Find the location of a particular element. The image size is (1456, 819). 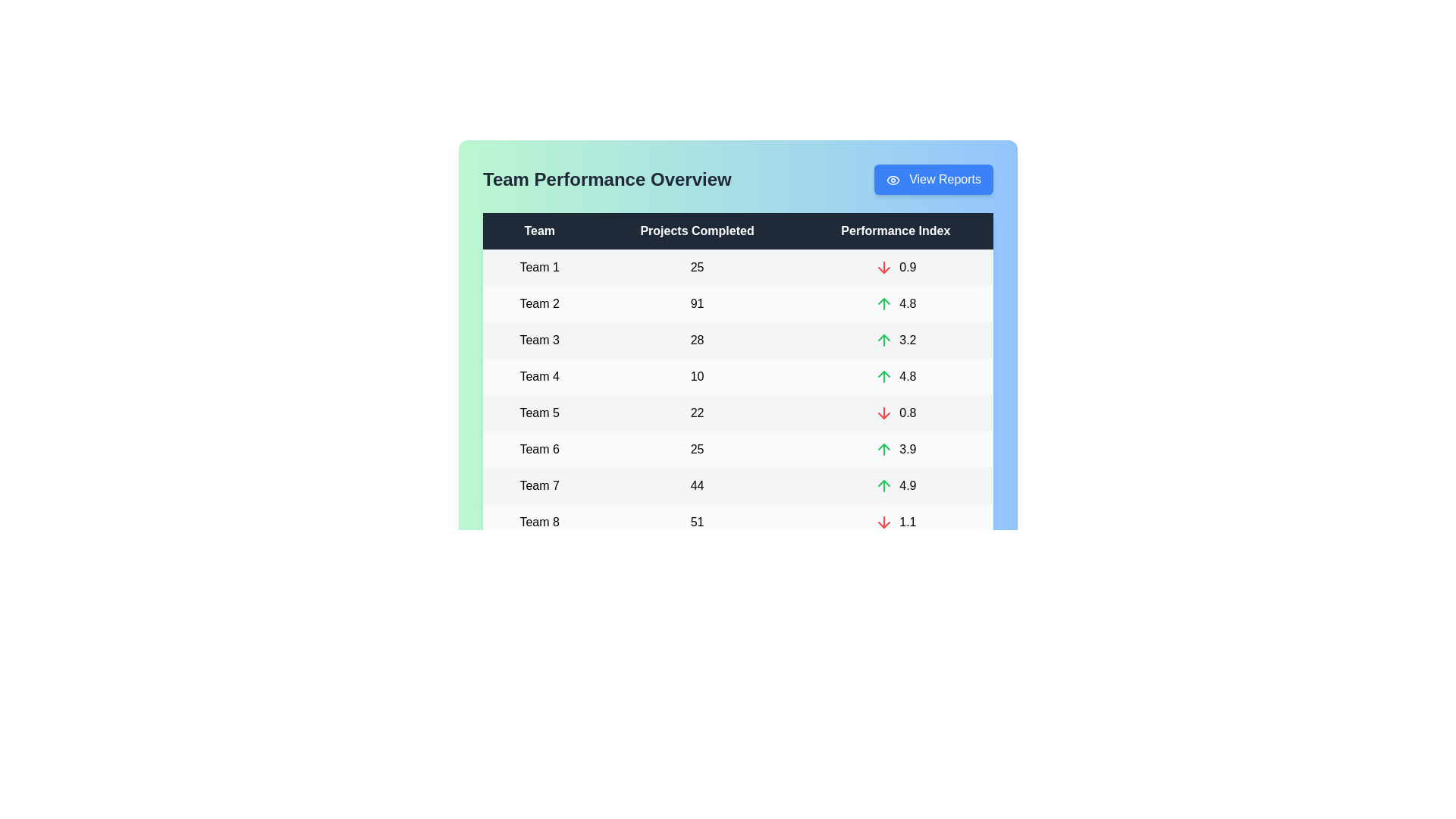

the 'View Reports' button is located at coordinates (932, 178).